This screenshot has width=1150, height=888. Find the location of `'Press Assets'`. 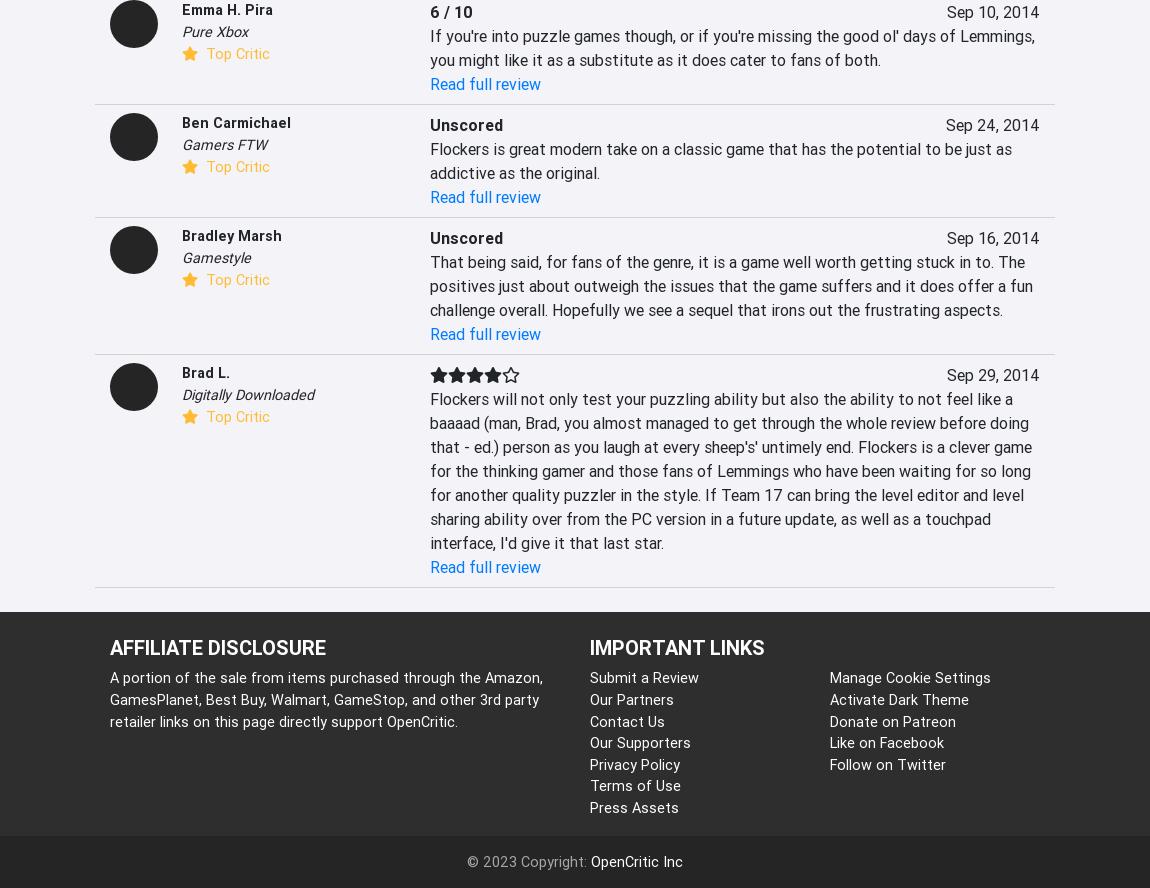

'Press Assets' is located at coordinates (633, 807).